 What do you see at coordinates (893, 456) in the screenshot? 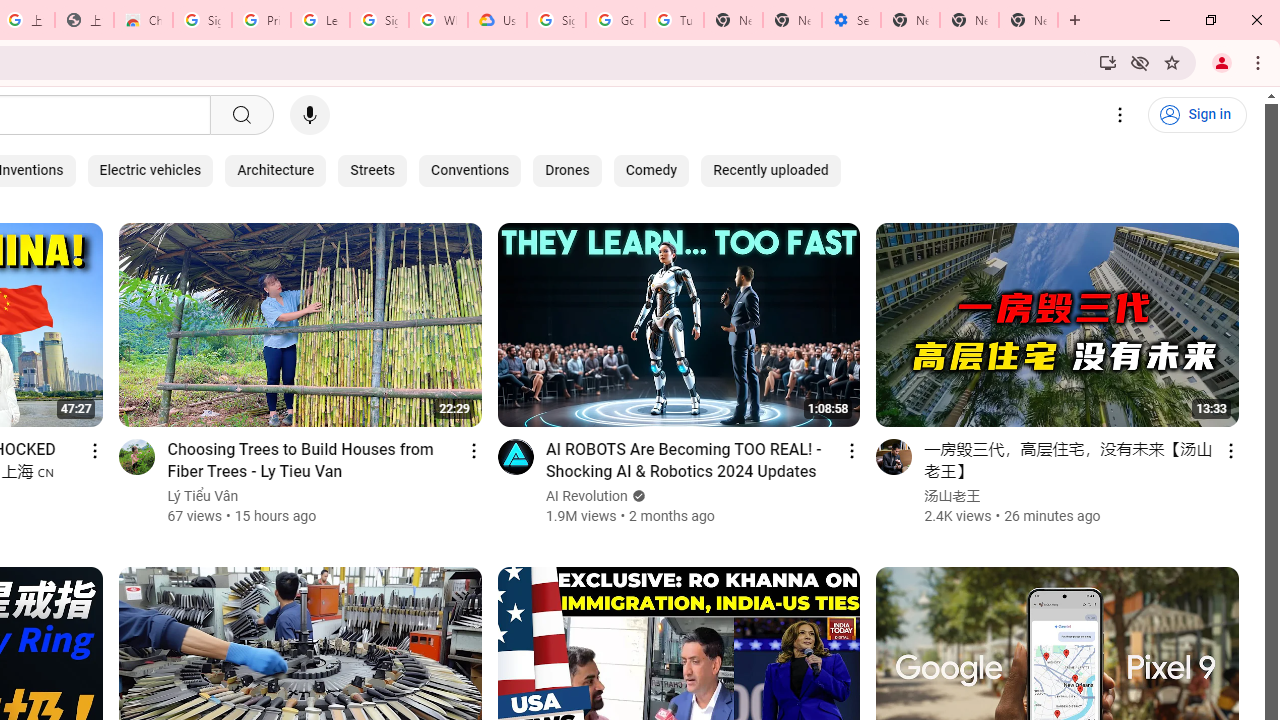
I see `'Go to channel'` at bounding box center [893, 456].